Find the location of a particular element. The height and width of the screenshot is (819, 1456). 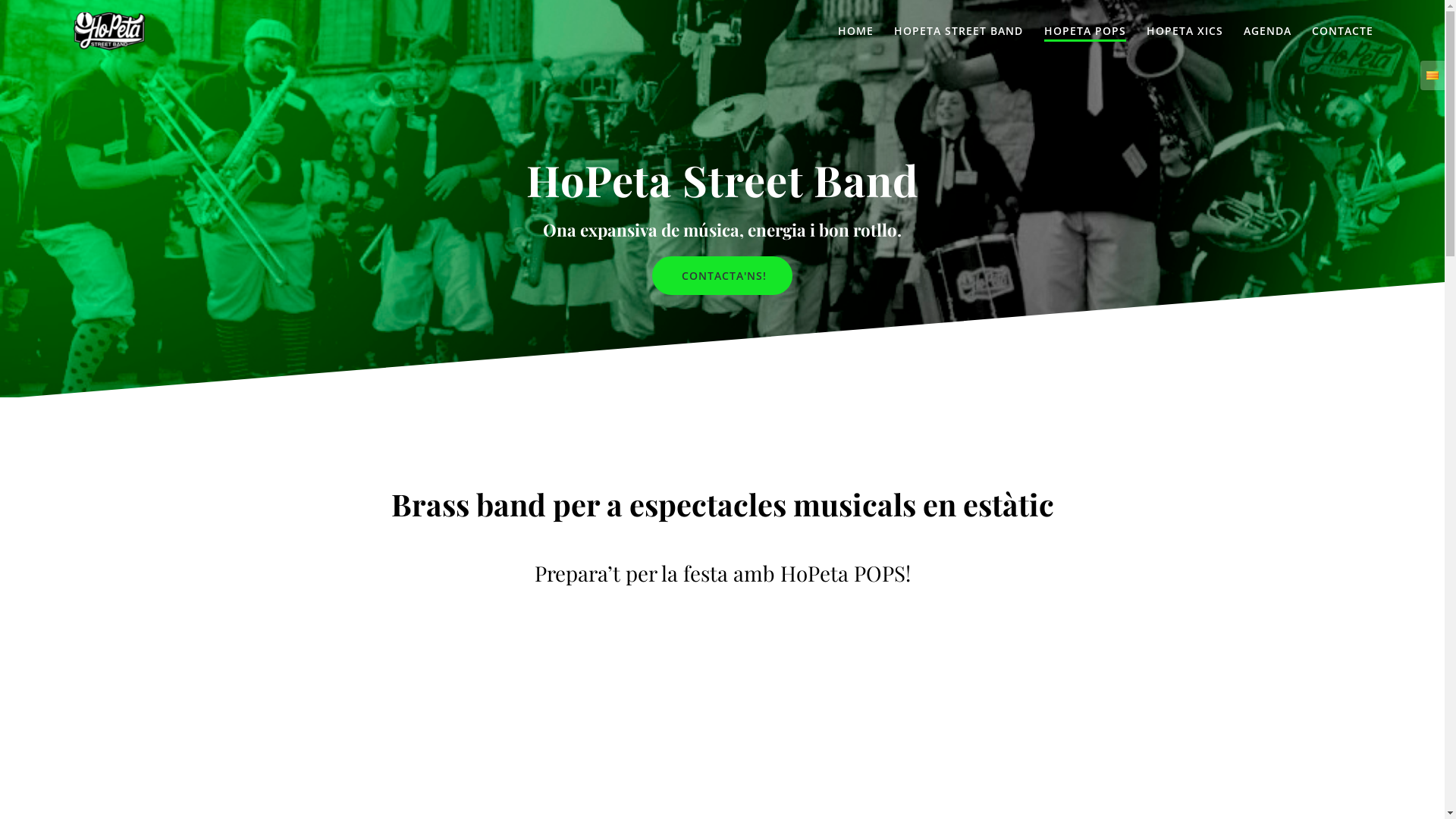

'CONTACTE' is located at coordinates (1342, 32).